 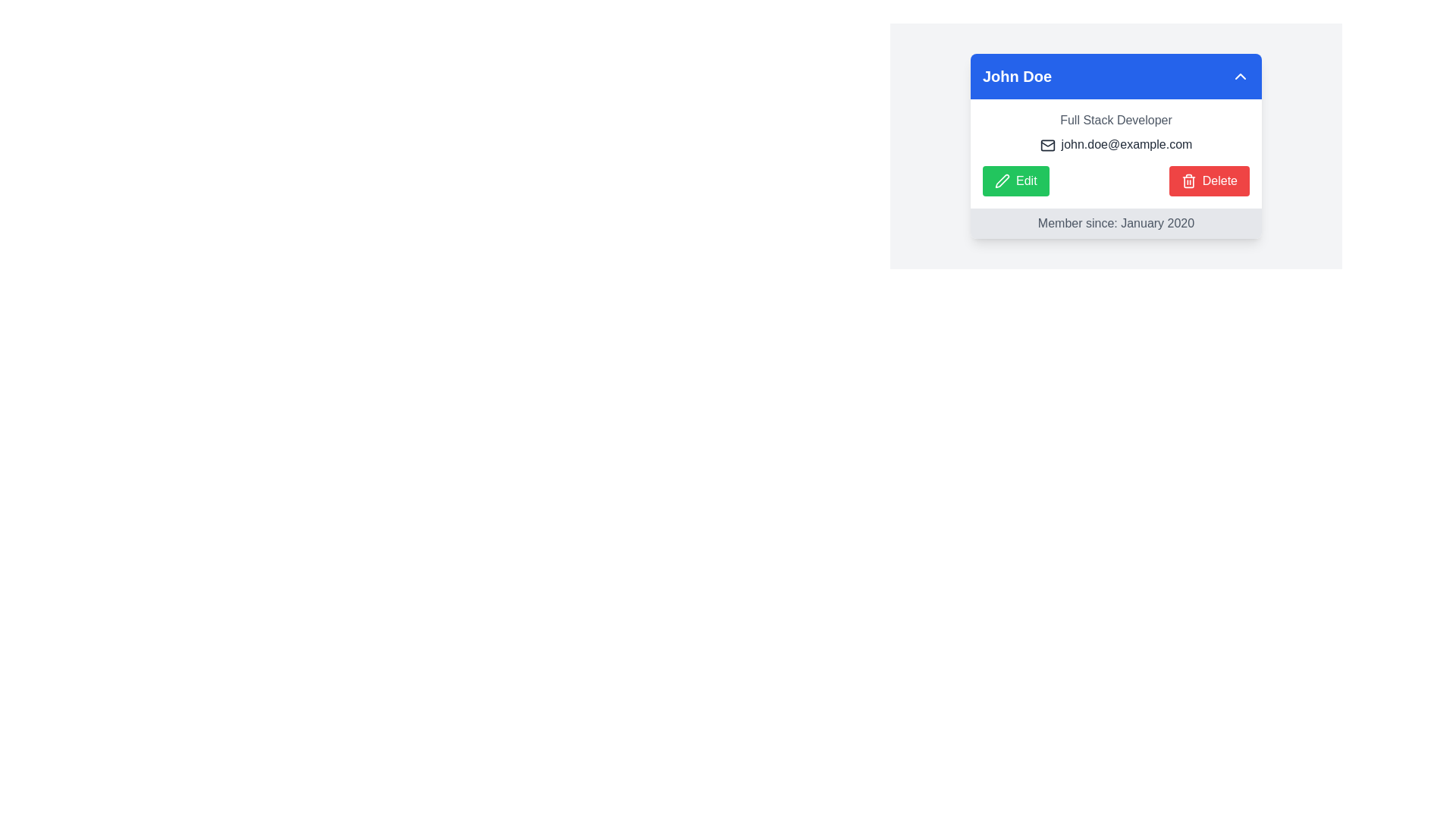 What do you see at coordinates (1046, 145) in the screenshot?
I see `the uppermost rectangular background of the envelope icon located next to the email text link in the user profile card` at bounding box center [1046, 145].